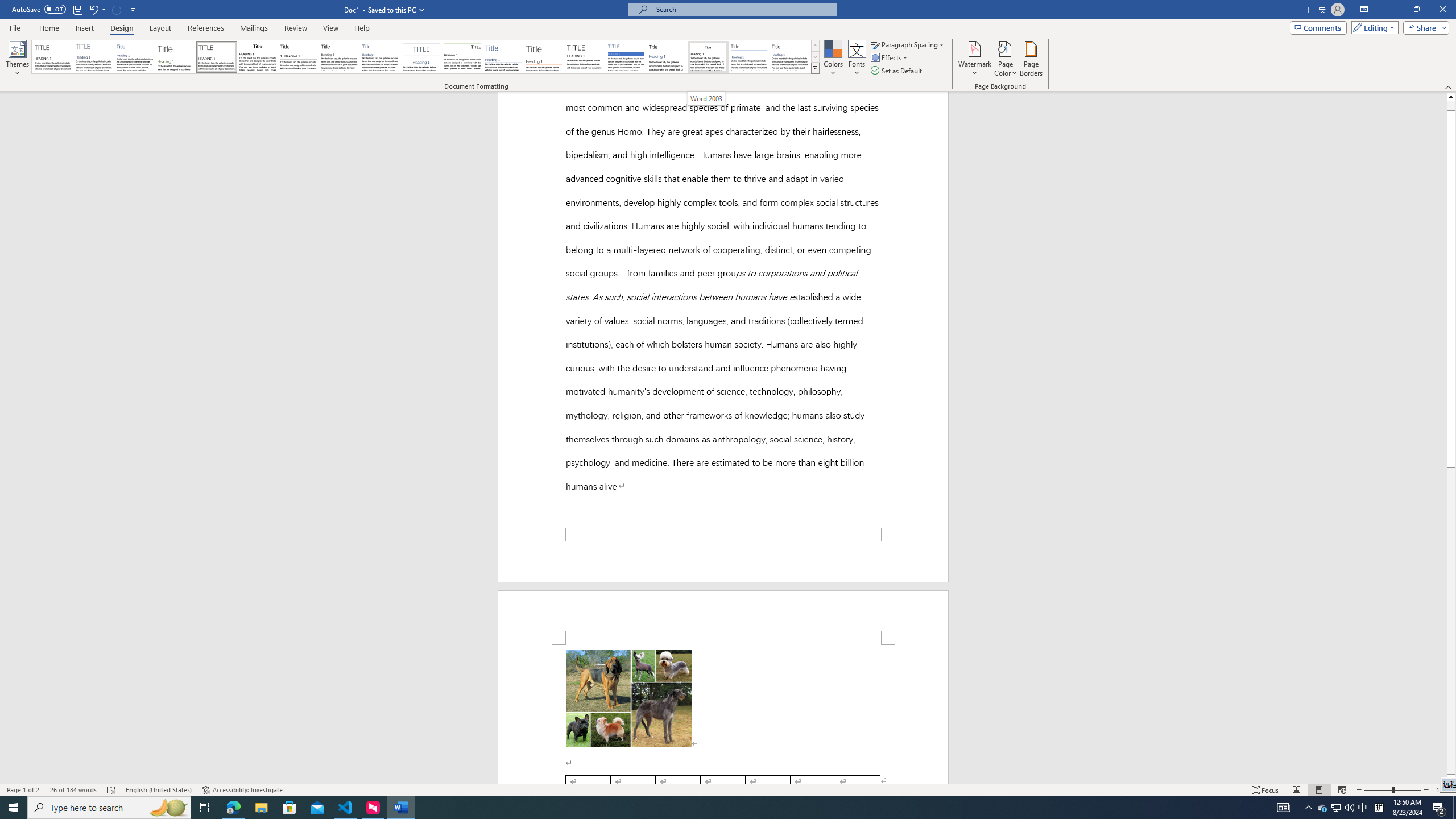 The image size is (1456, 819). I want to click on 'Page Color', so click(1006, 59).